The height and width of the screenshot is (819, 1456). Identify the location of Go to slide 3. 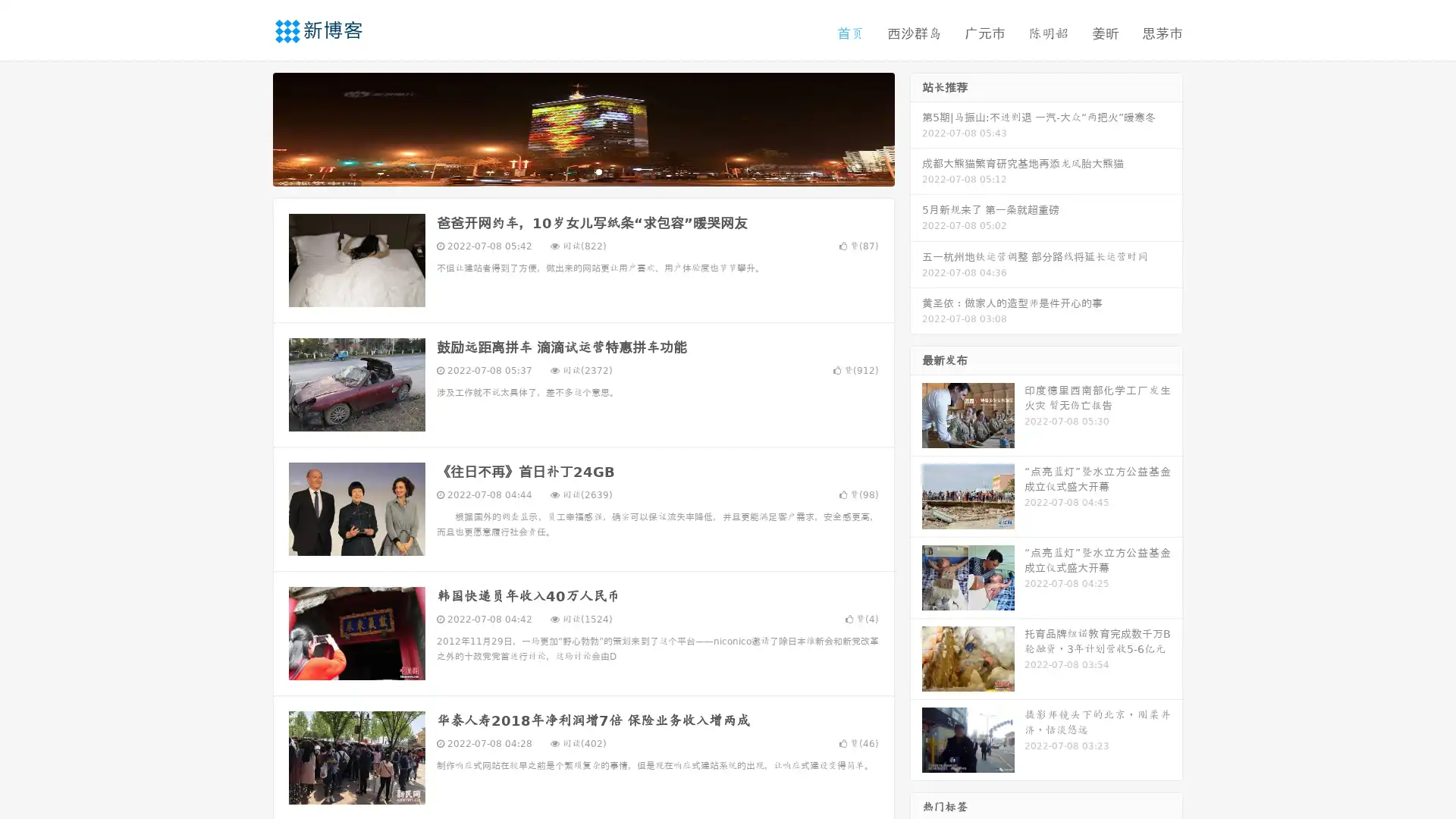
(598, 171).